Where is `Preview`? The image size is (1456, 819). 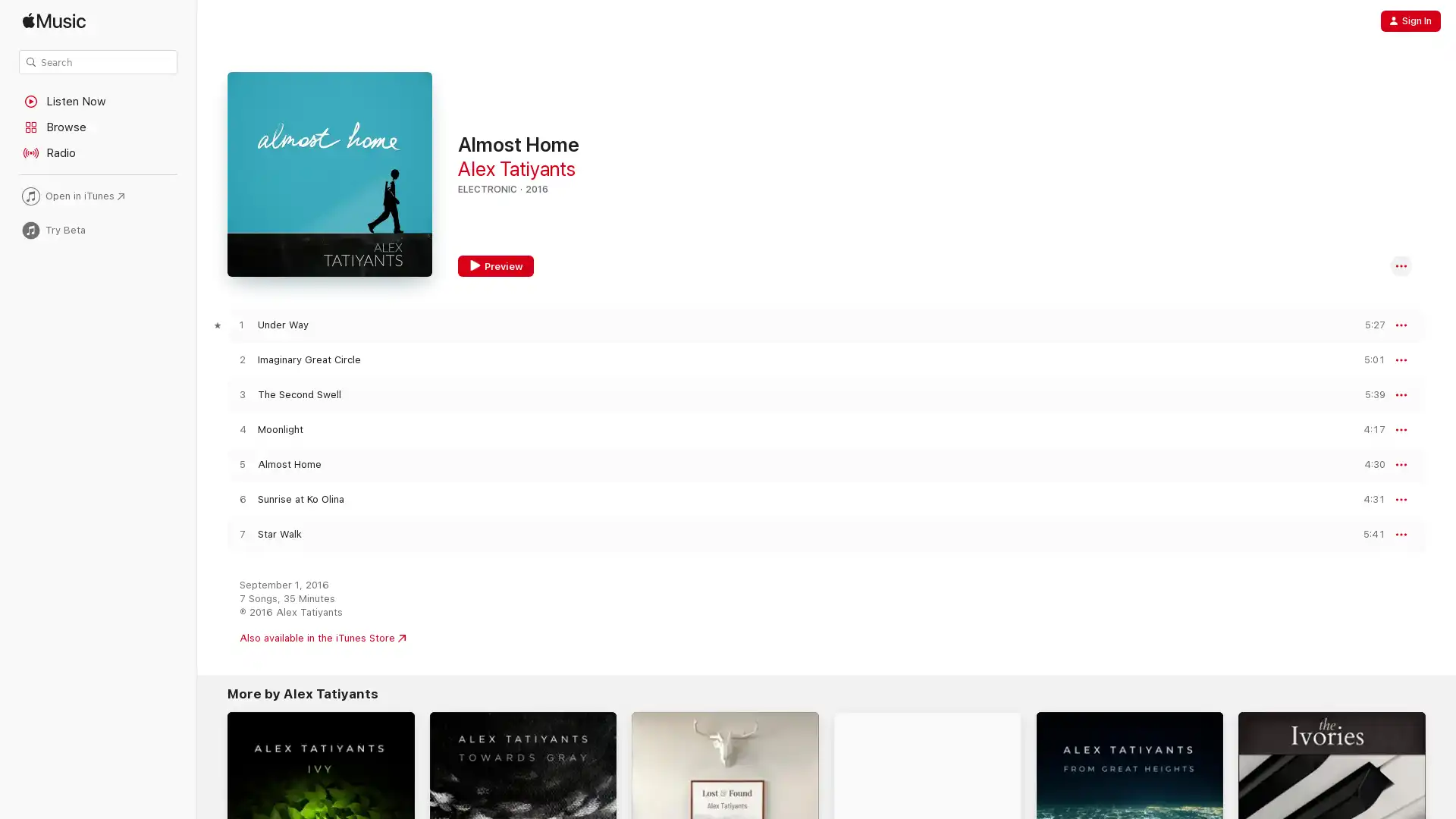 Preview is located at coordinates (1368, 499).